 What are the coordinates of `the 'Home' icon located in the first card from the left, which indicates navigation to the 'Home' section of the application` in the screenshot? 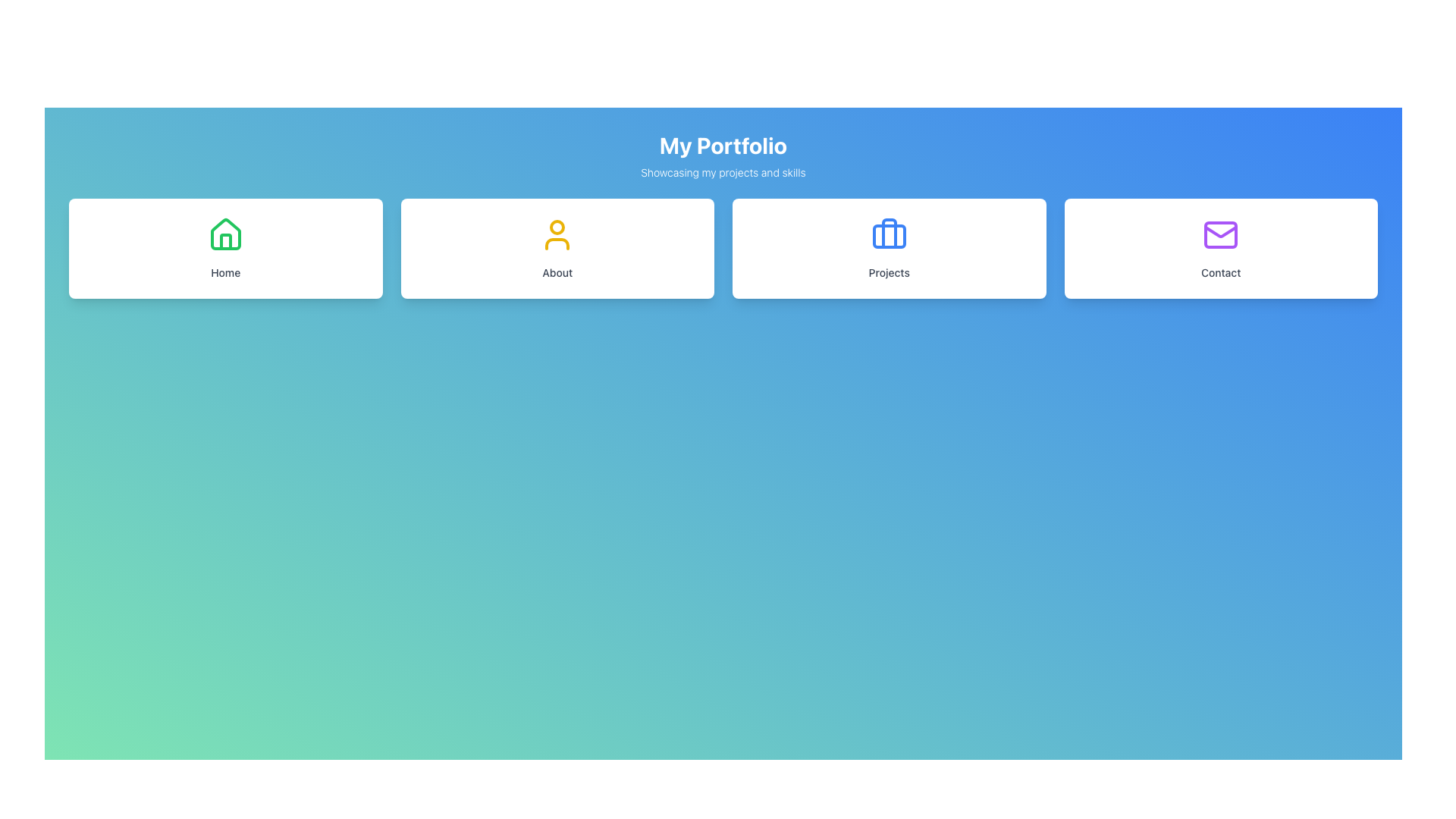 It's located at (224, 234).